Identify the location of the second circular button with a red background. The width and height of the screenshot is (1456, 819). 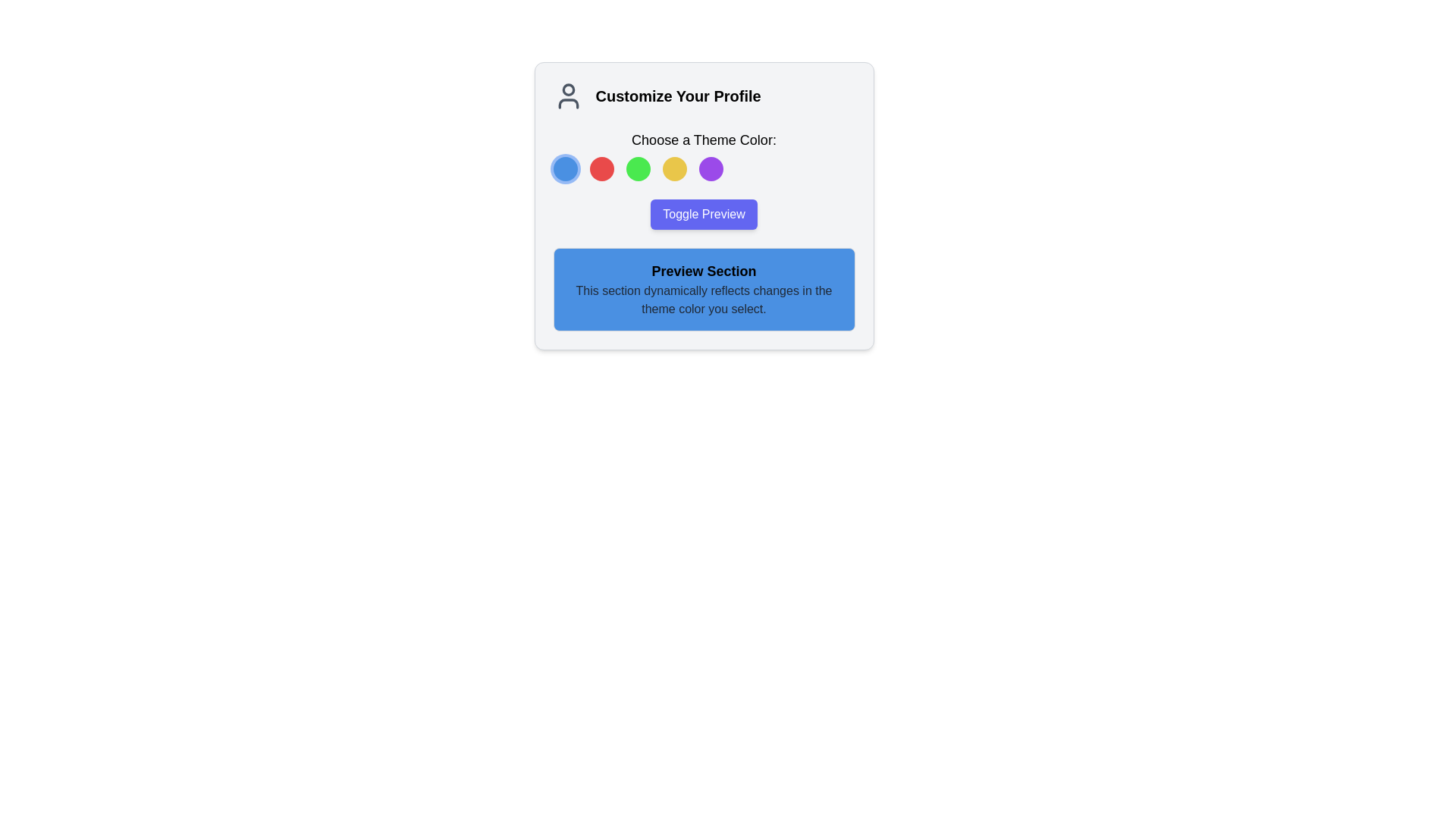
(601, 169).